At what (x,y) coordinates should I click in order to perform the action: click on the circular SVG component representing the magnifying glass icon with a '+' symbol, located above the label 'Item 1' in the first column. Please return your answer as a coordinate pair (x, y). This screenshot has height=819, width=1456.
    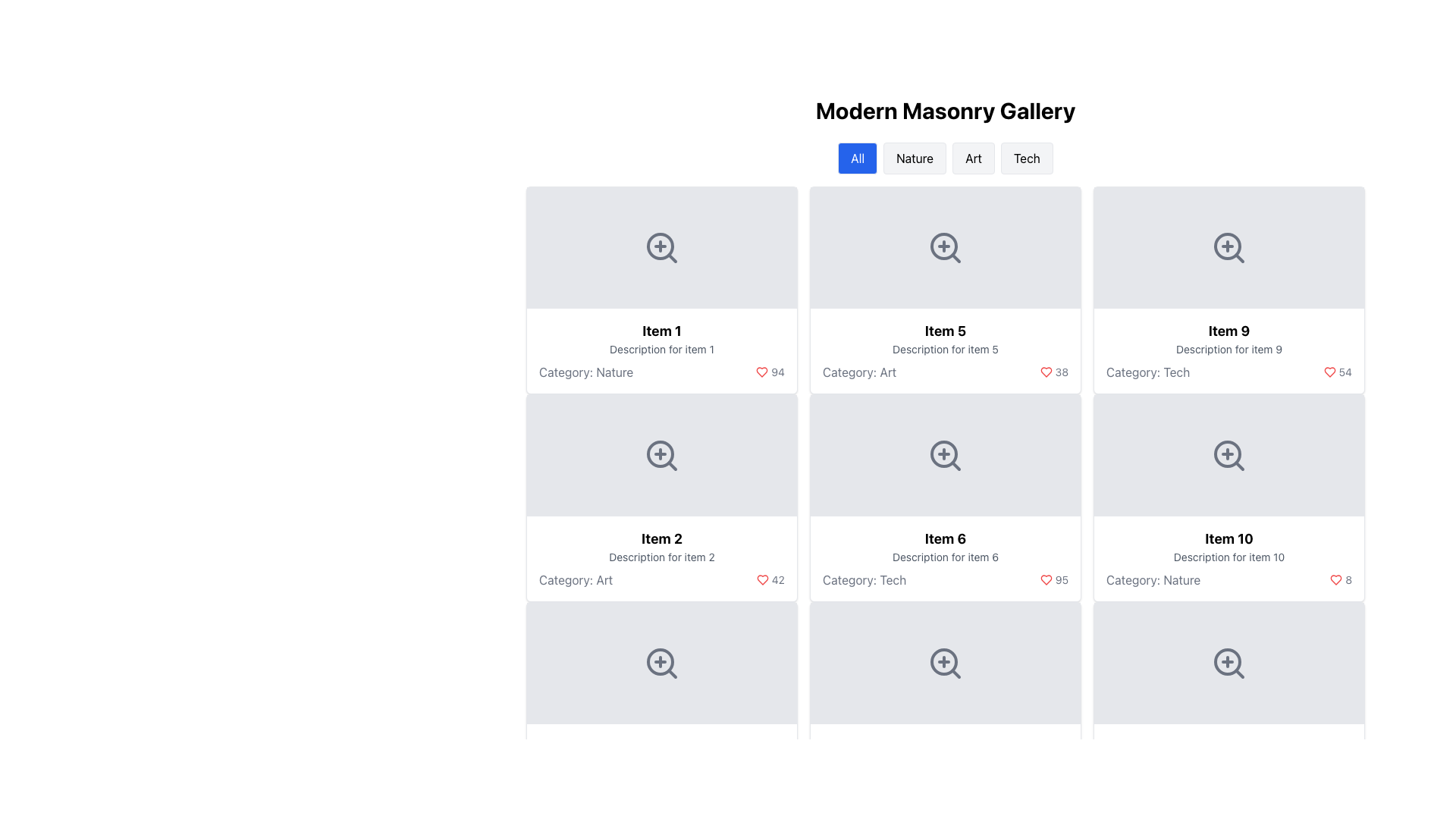
    Looking at the image, I should click on (660, 245).